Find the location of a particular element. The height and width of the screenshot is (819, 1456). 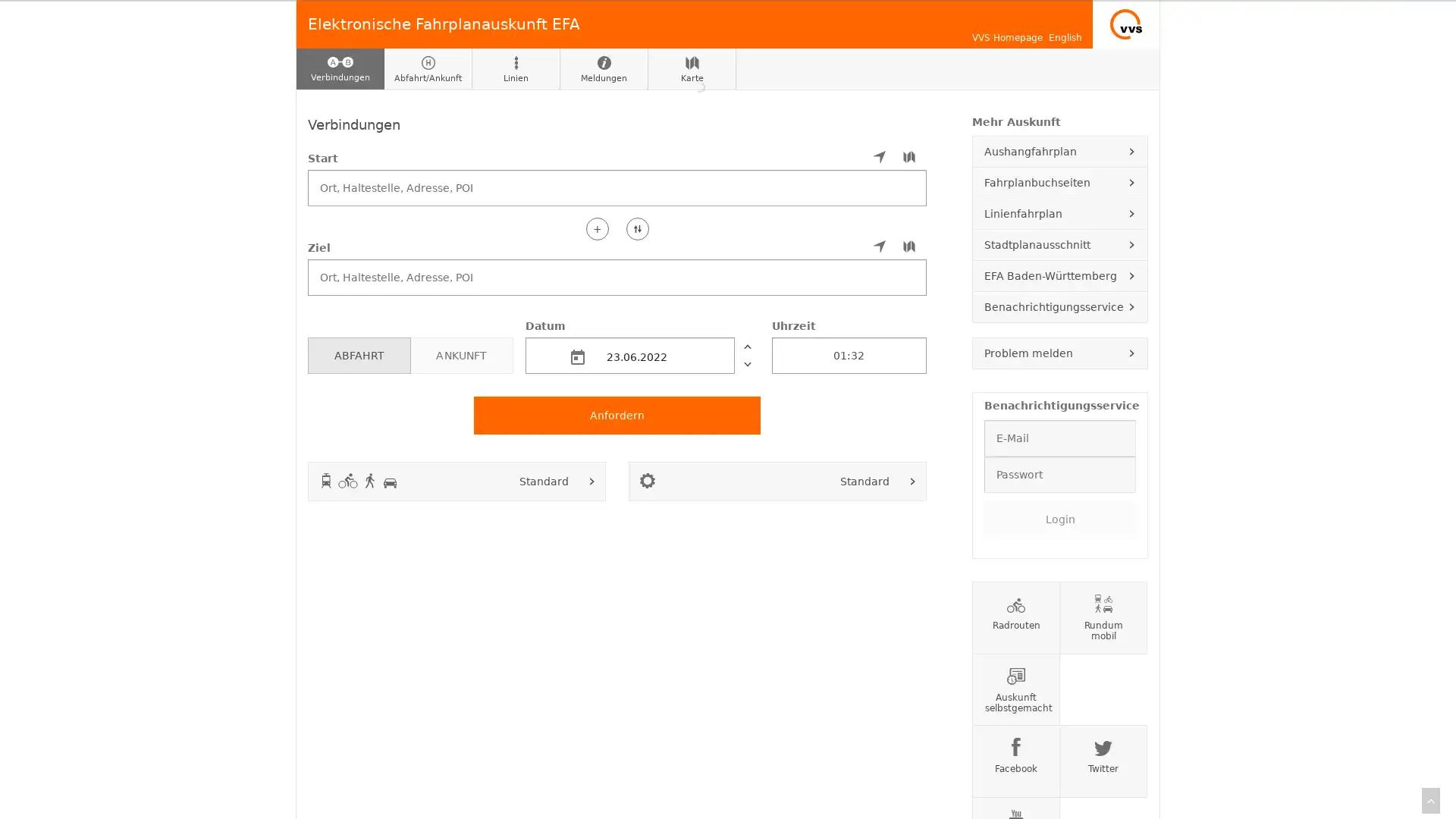

md-calendar is located at coordinates (577, 356).